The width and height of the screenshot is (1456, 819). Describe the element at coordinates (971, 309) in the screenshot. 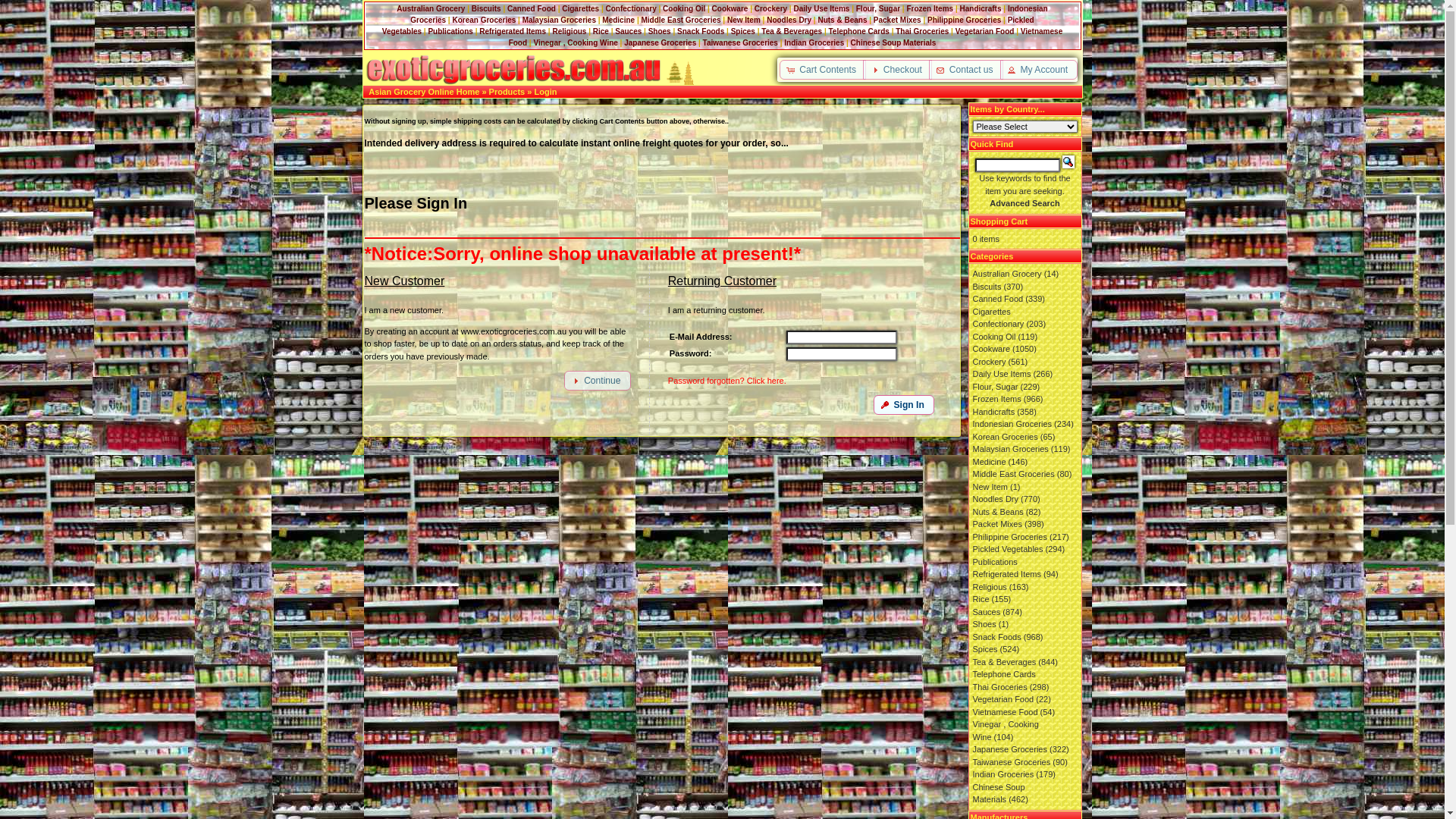

I see `'Cigarettes'` at that location.